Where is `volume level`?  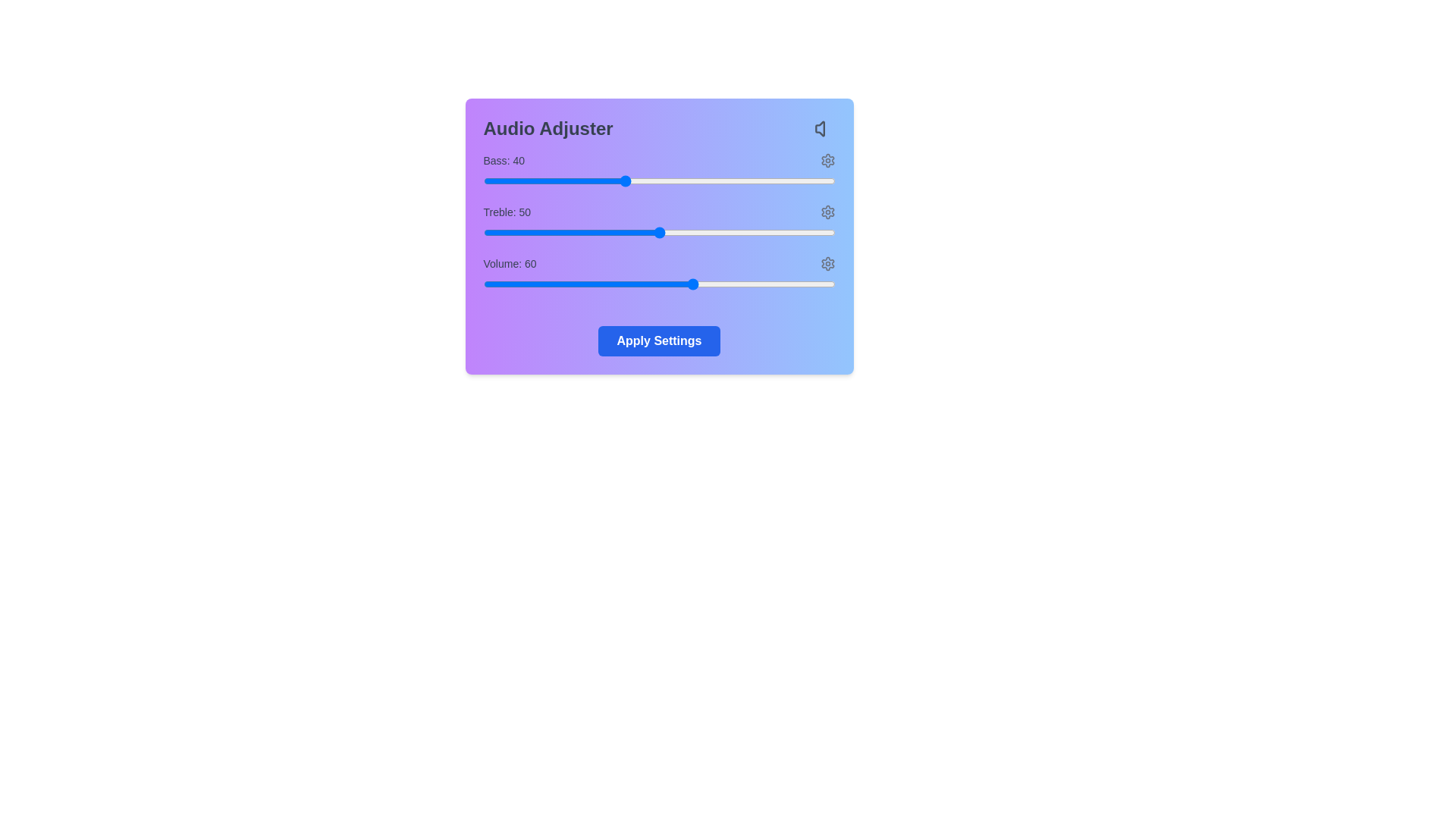
volume level is located at coordinates (574, 284).